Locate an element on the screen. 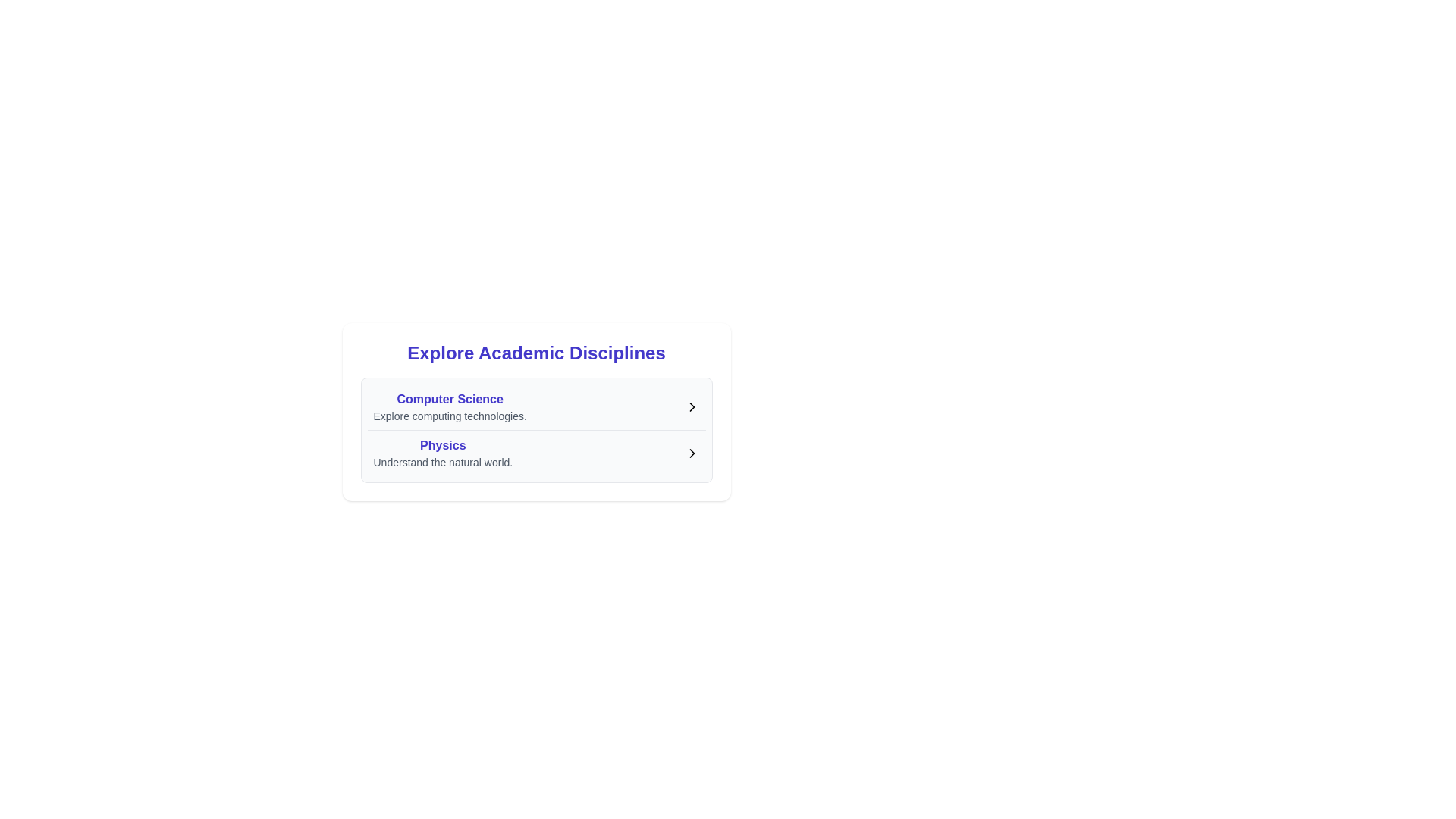 Image resolution: width=1456 pixels, height=819 pixels. informational block labeled 'Computer Science' which contains the text 'Computer Science' in bold indigo and 'Explore computing technologies.' in smaller gray font, positioned below 'Explore Academic Disciplines.' is located at coordinates (449, 406).